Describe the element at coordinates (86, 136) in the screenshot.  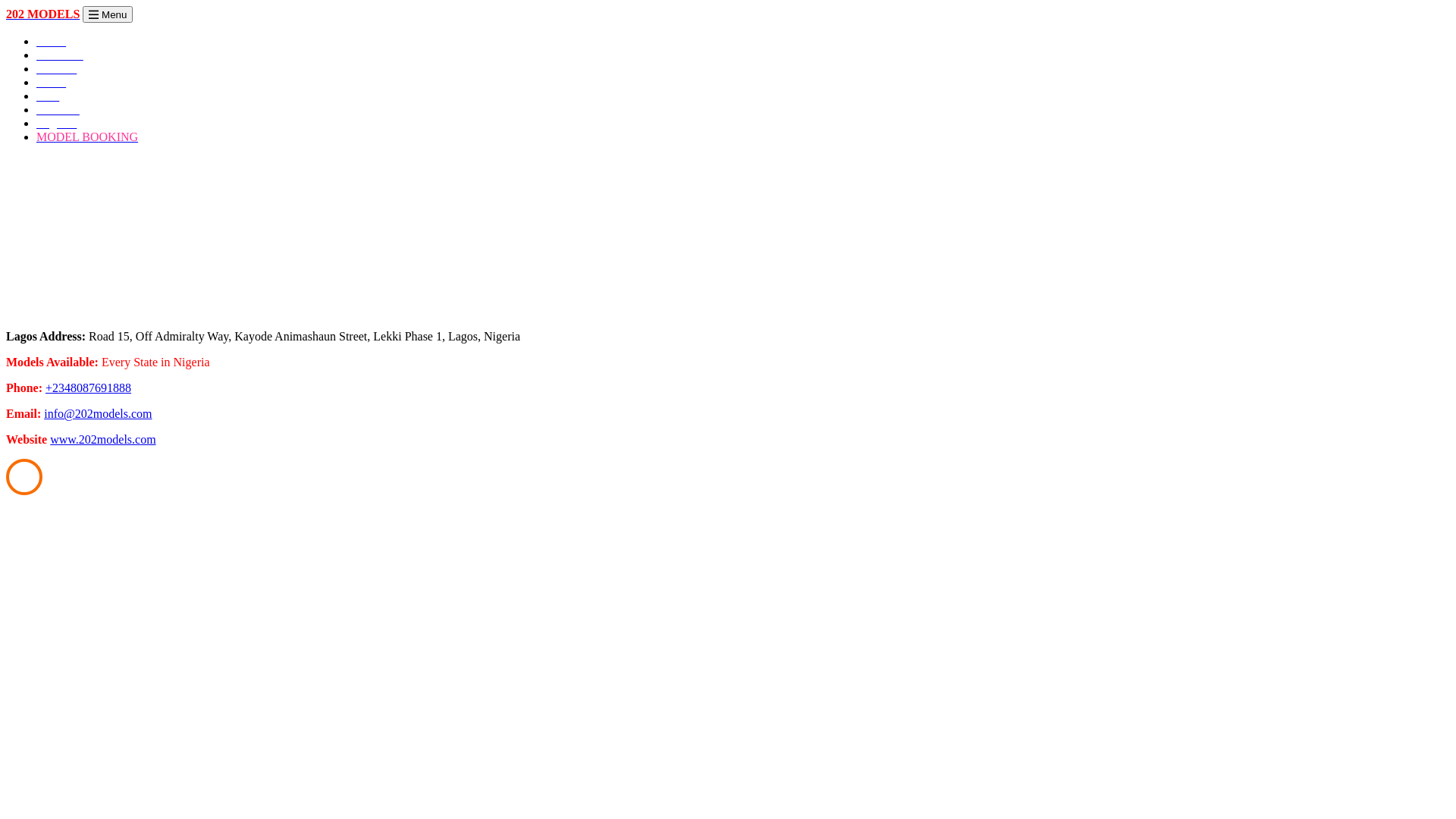
I see `'MODEL BOOKING'` at that location.